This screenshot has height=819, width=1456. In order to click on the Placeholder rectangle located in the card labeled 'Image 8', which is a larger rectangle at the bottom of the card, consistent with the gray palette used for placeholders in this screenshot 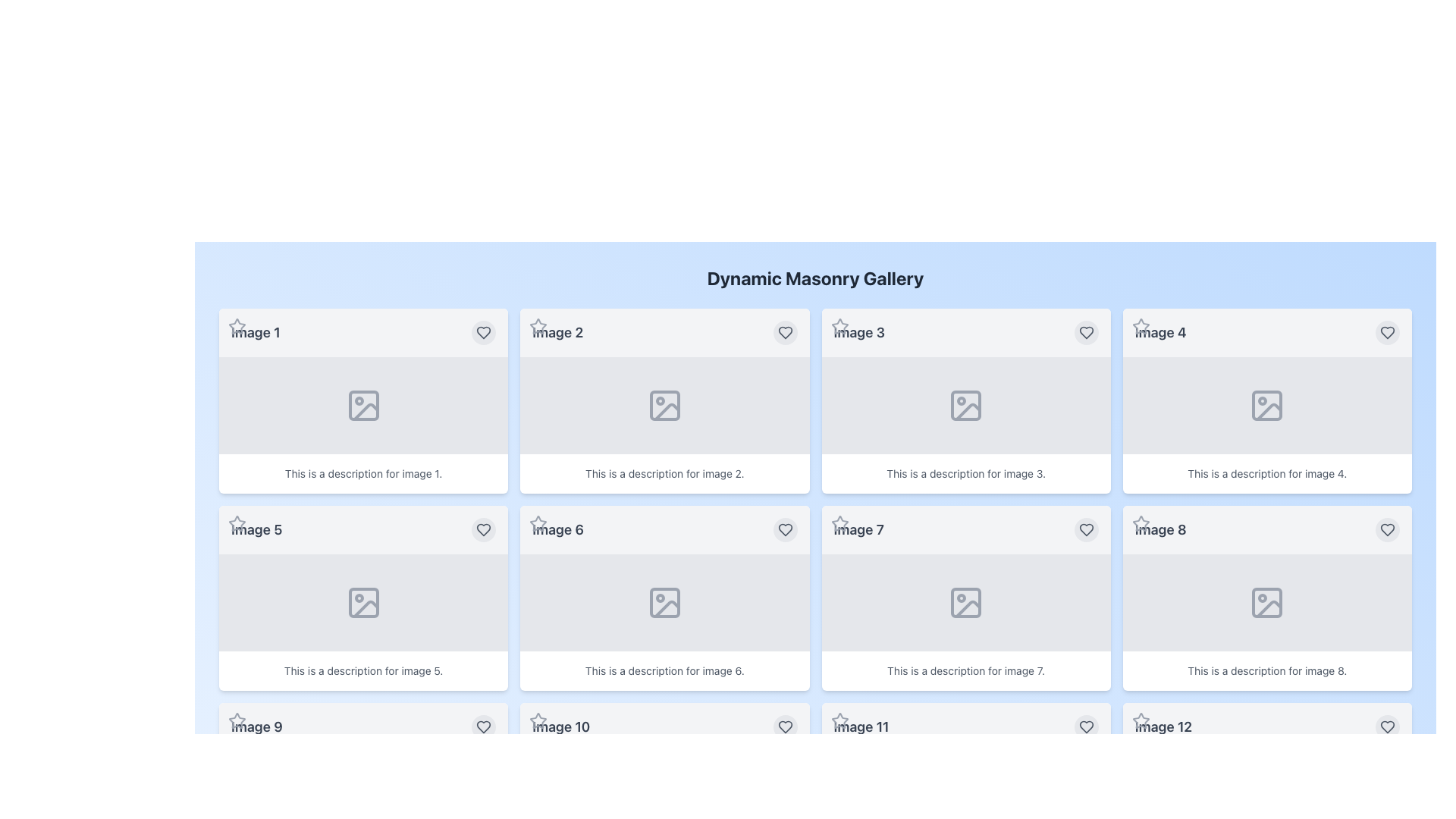, I will do `click(1267, 601)`.